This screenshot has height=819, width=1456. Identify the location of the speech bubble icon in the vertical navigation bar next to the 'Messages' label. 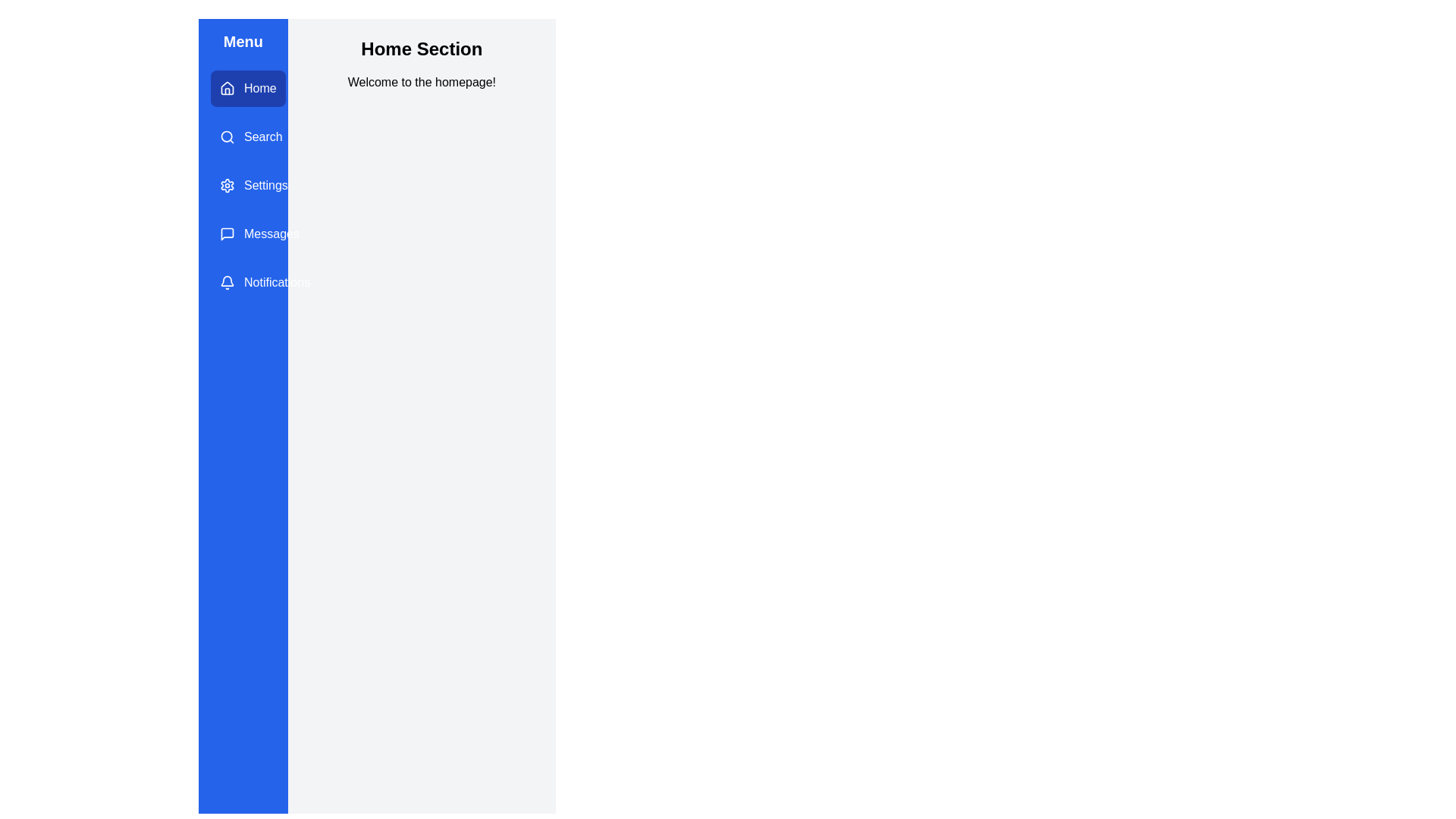
(226, 234).